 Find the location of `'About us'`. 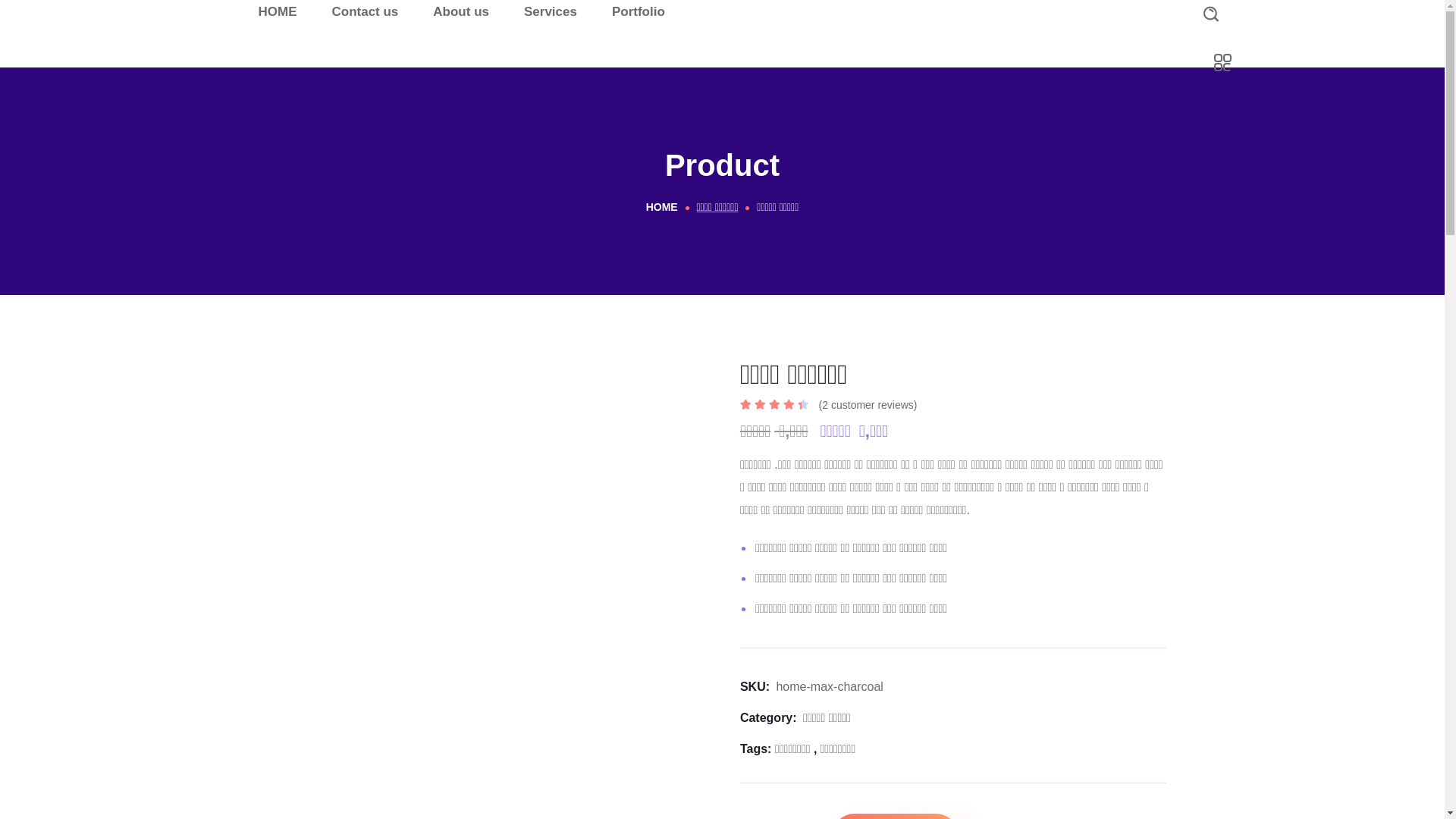

'About us' is located at coordinates (460, 11).